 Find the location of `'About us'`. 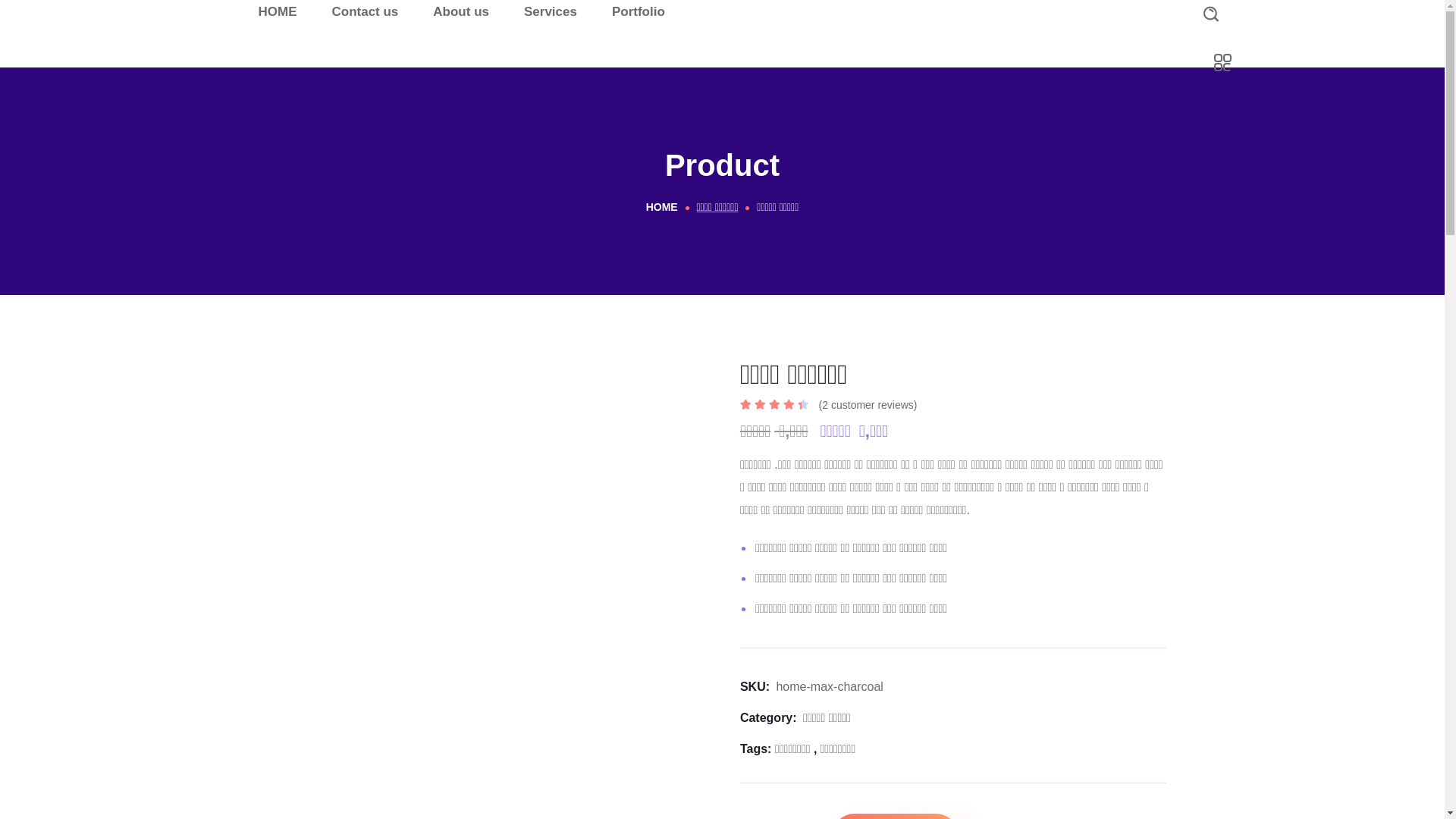

'About us' is located at coordinates (460, 11).